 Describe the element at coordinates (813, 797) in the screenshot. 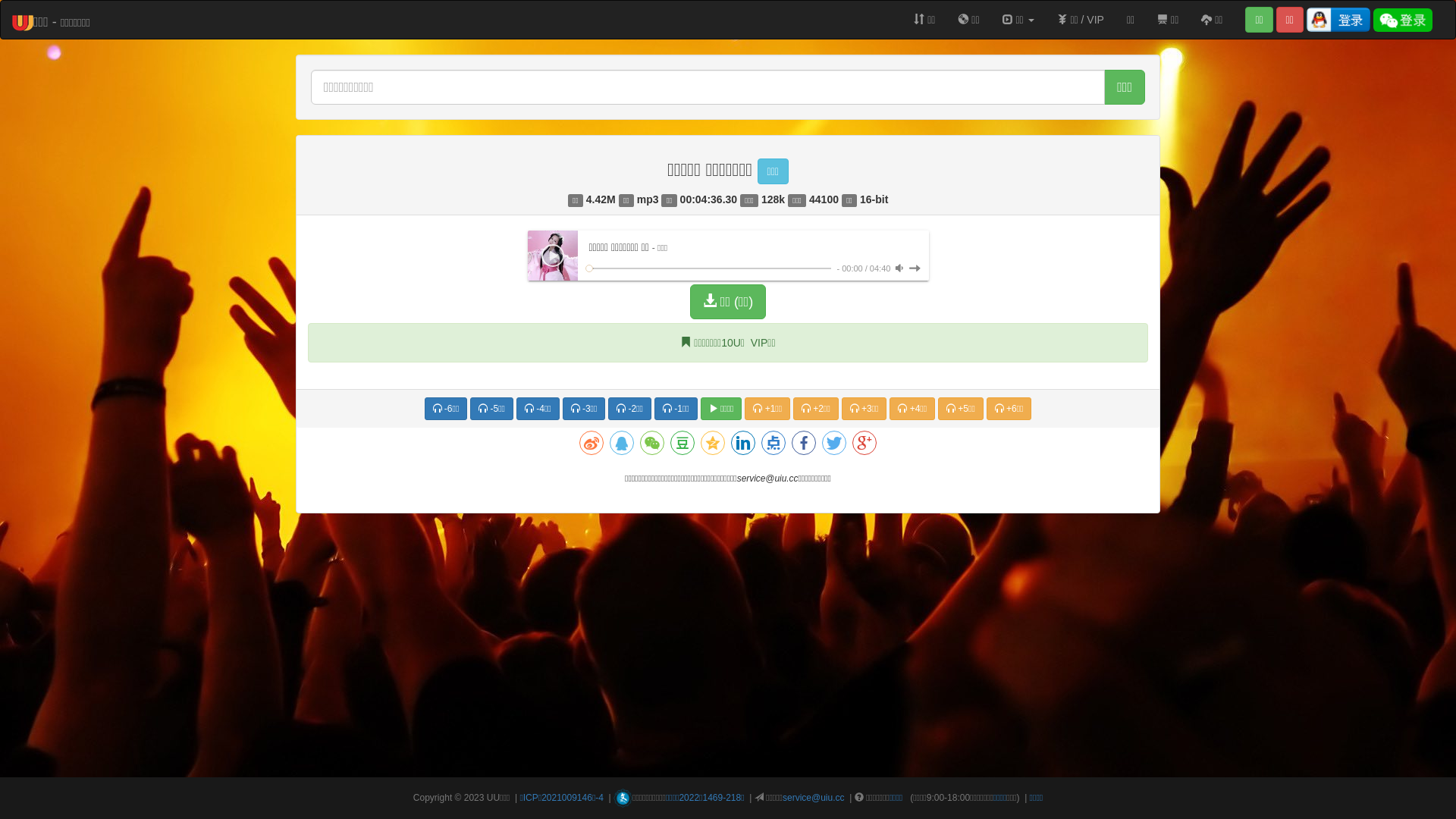

I see `'service@uiu.cc'` at that location.